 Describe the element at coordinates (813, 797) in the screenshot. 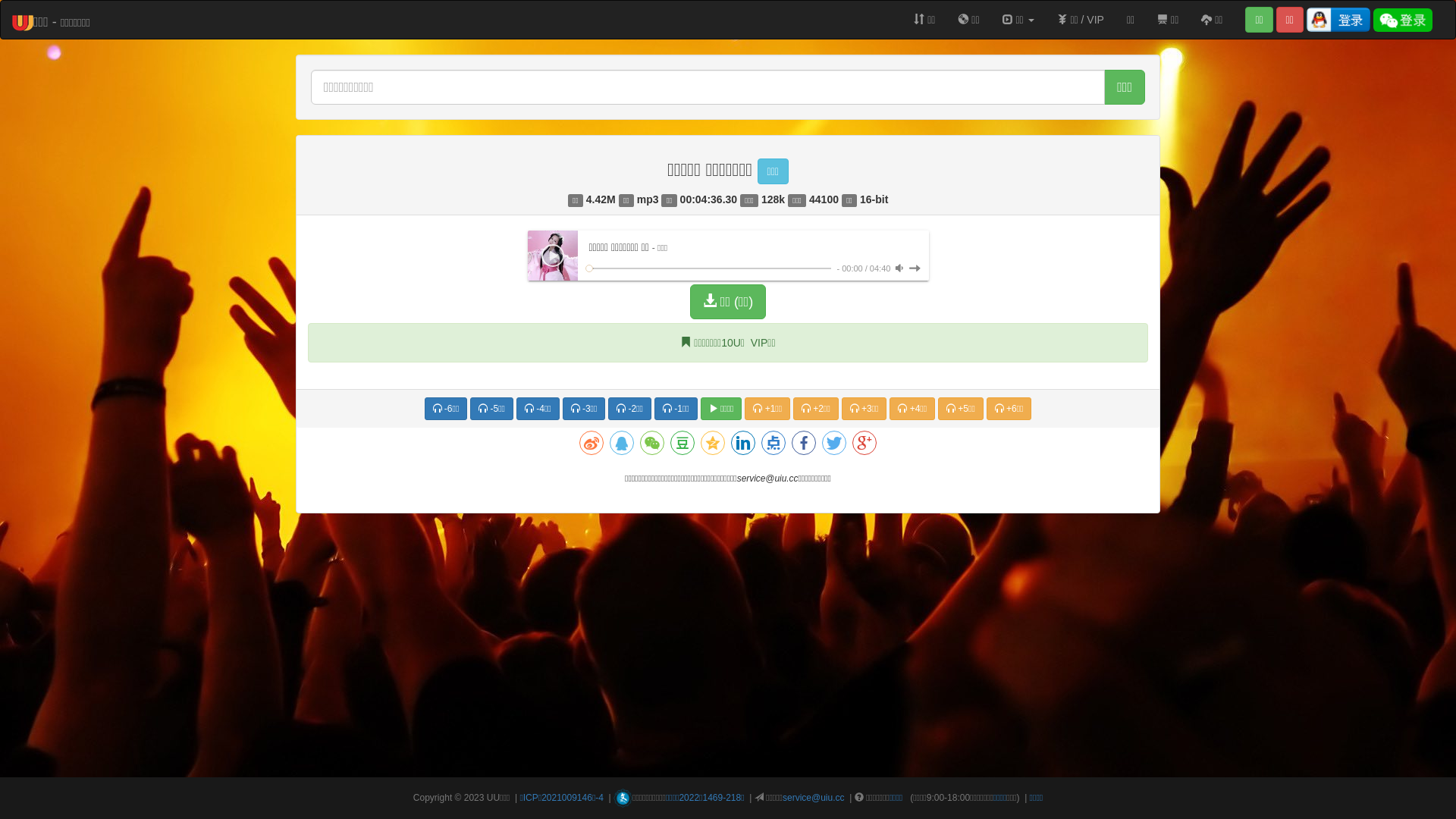

I see `'service@uiu.cc'` at that location.